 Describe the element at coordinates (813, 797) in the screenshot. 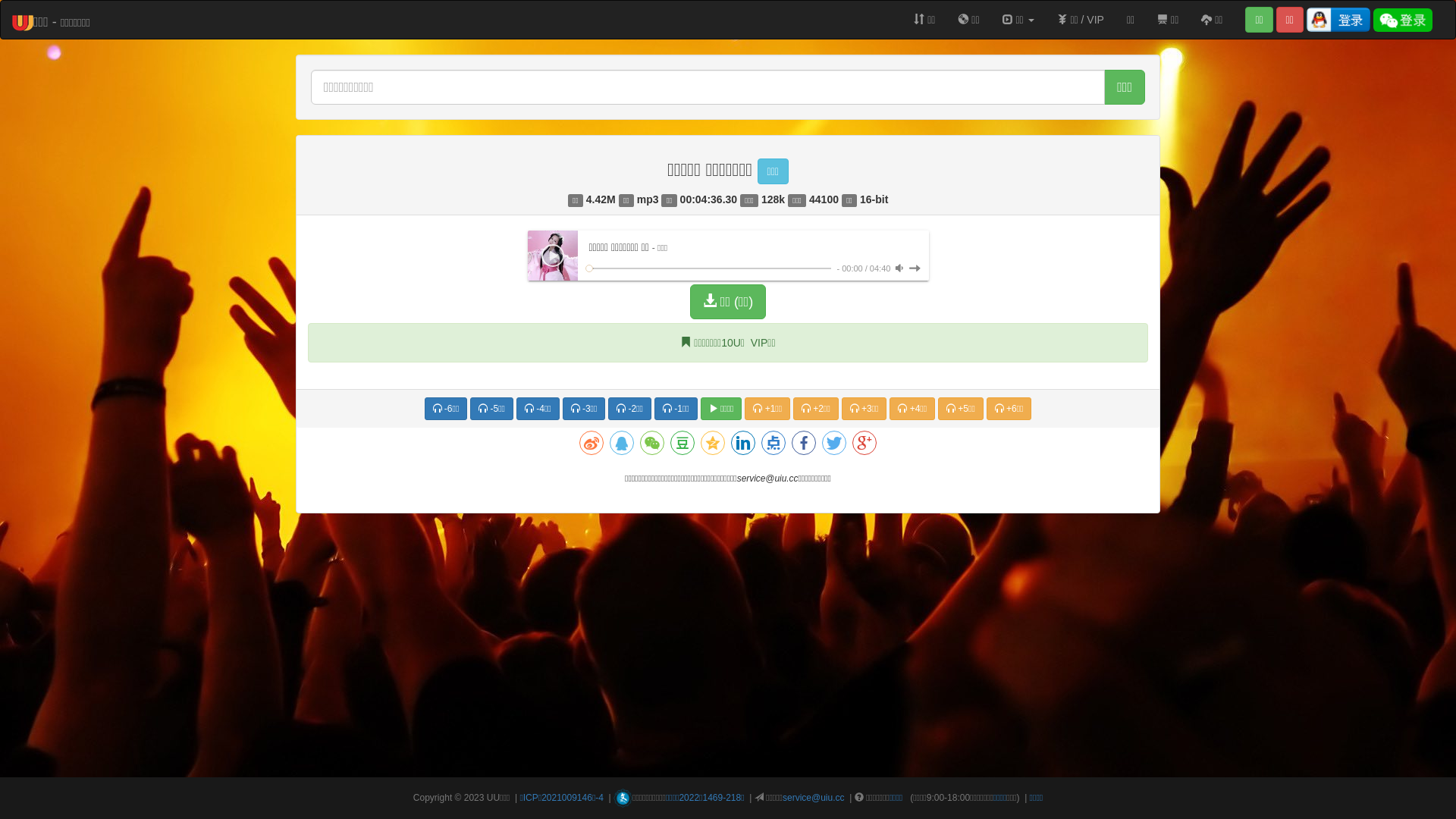

I see `'service@uiu.cc'` at that location.